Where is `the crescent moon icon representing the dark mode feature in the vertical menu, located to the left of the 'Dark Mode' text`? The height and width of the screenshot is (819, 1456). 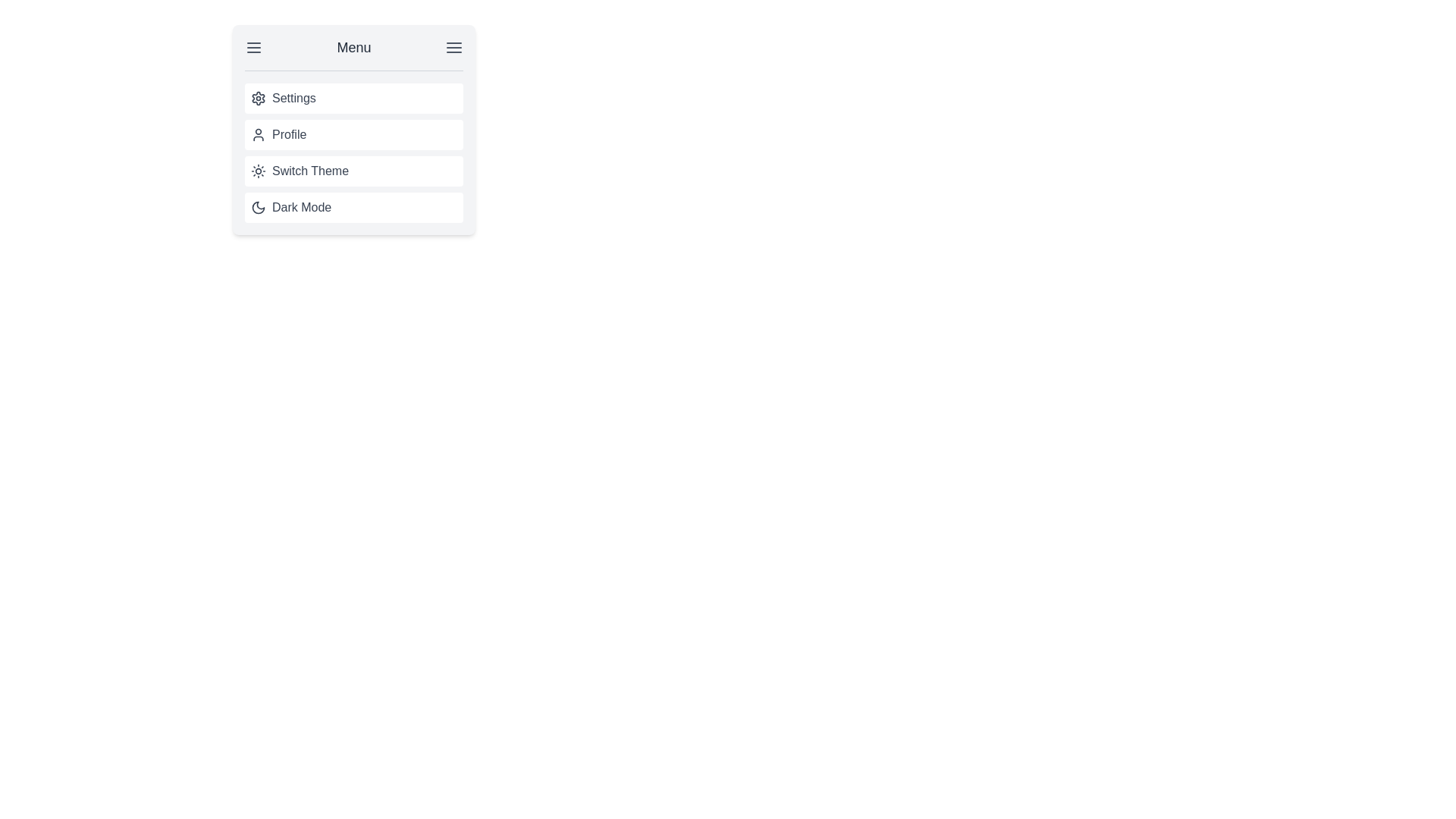 the crescent moon icon representing the dark mode feature in the vertical menu, located to the left of the 'Dark Mode' text is located at coordinates (258, 207).